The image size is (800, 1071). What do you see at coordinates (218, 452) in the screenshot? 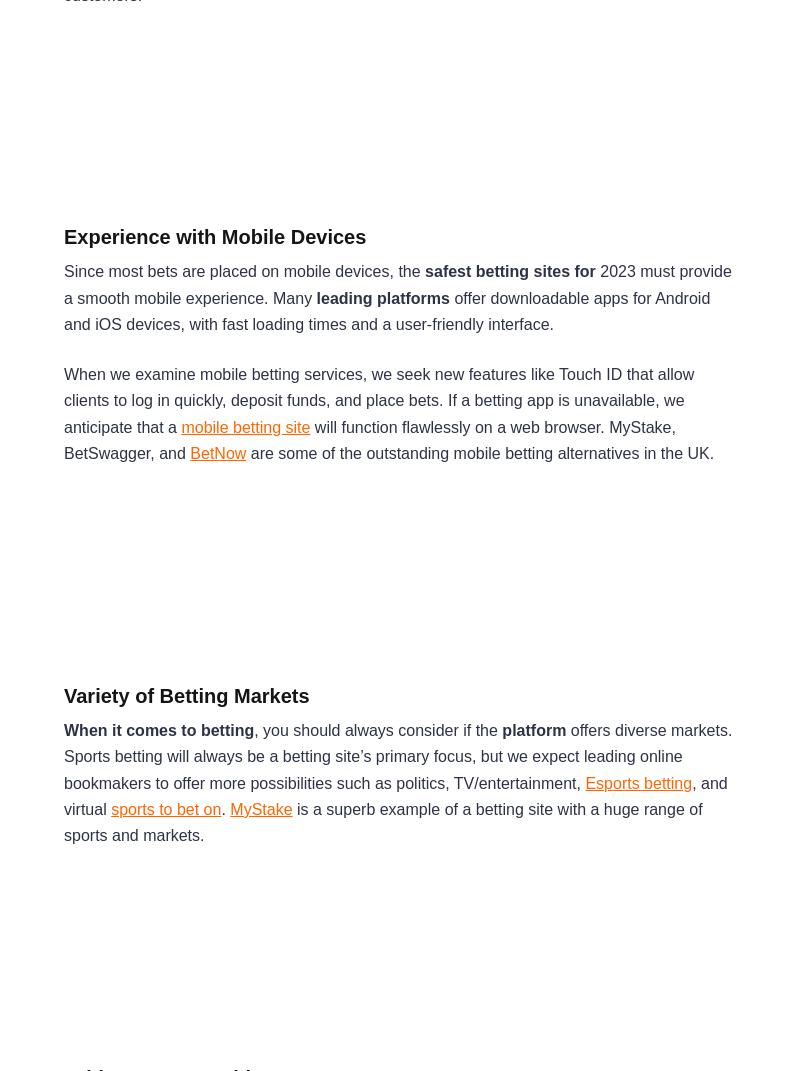
I see `'BetNow'` at bounding box center [218, 452].